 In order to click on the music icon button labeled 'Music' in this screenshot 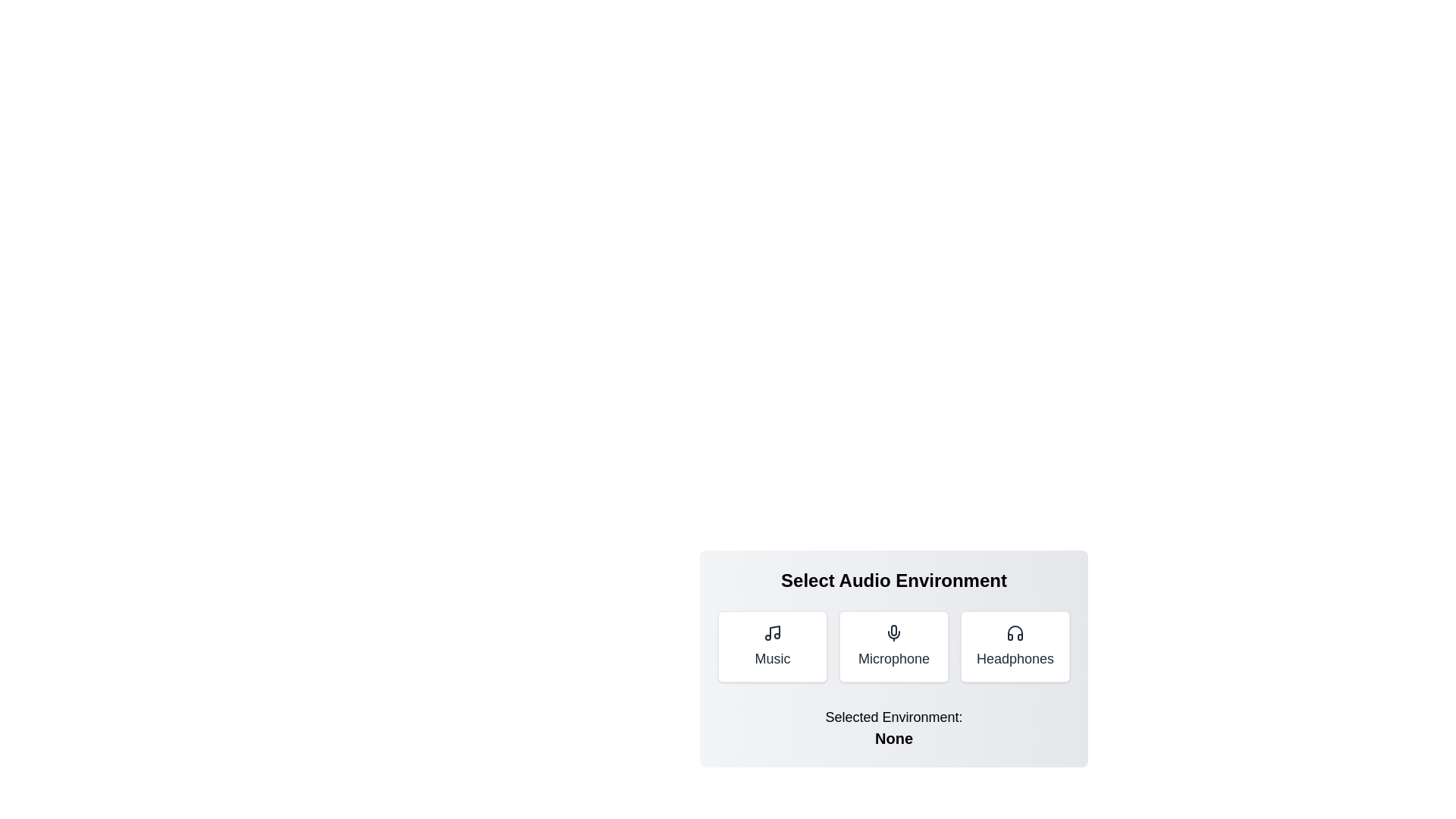, I will do `click(772, 646)`.